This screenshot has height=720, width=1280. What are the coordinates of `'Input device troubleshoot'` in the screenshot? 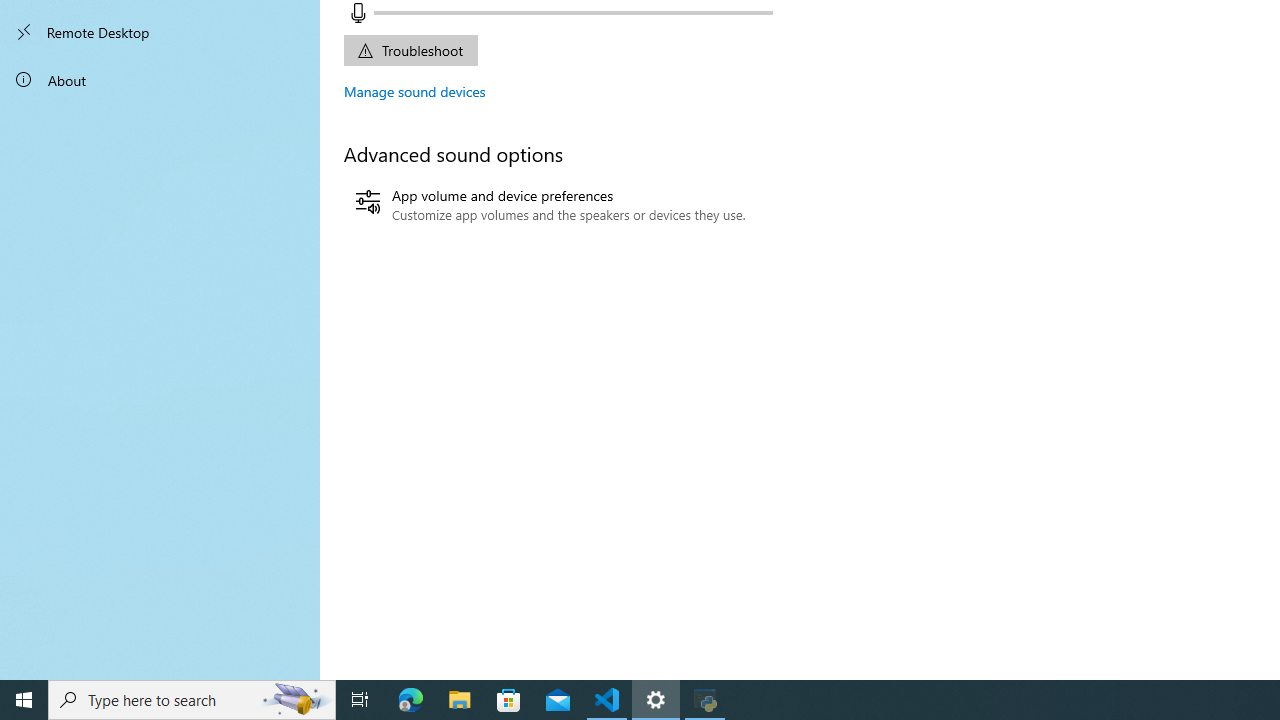 It's located at (409, 49).